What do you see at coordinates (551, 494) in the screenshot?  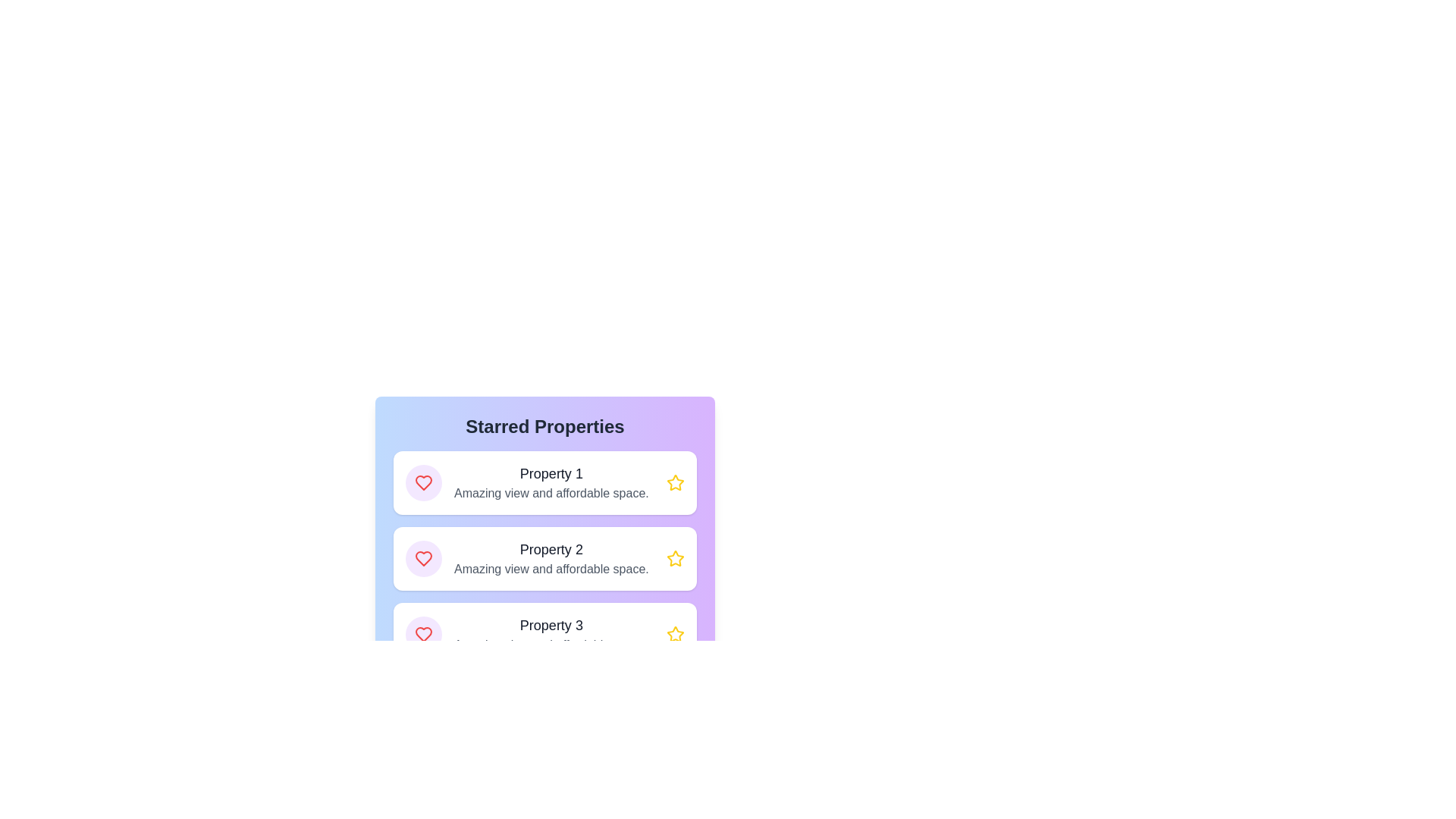 I see `text element displaying 'Amazing view and affordable space.' located under the header 'Property 1' in the first item card of the 'Starred Properties' section` at bounding box center [551, 494].